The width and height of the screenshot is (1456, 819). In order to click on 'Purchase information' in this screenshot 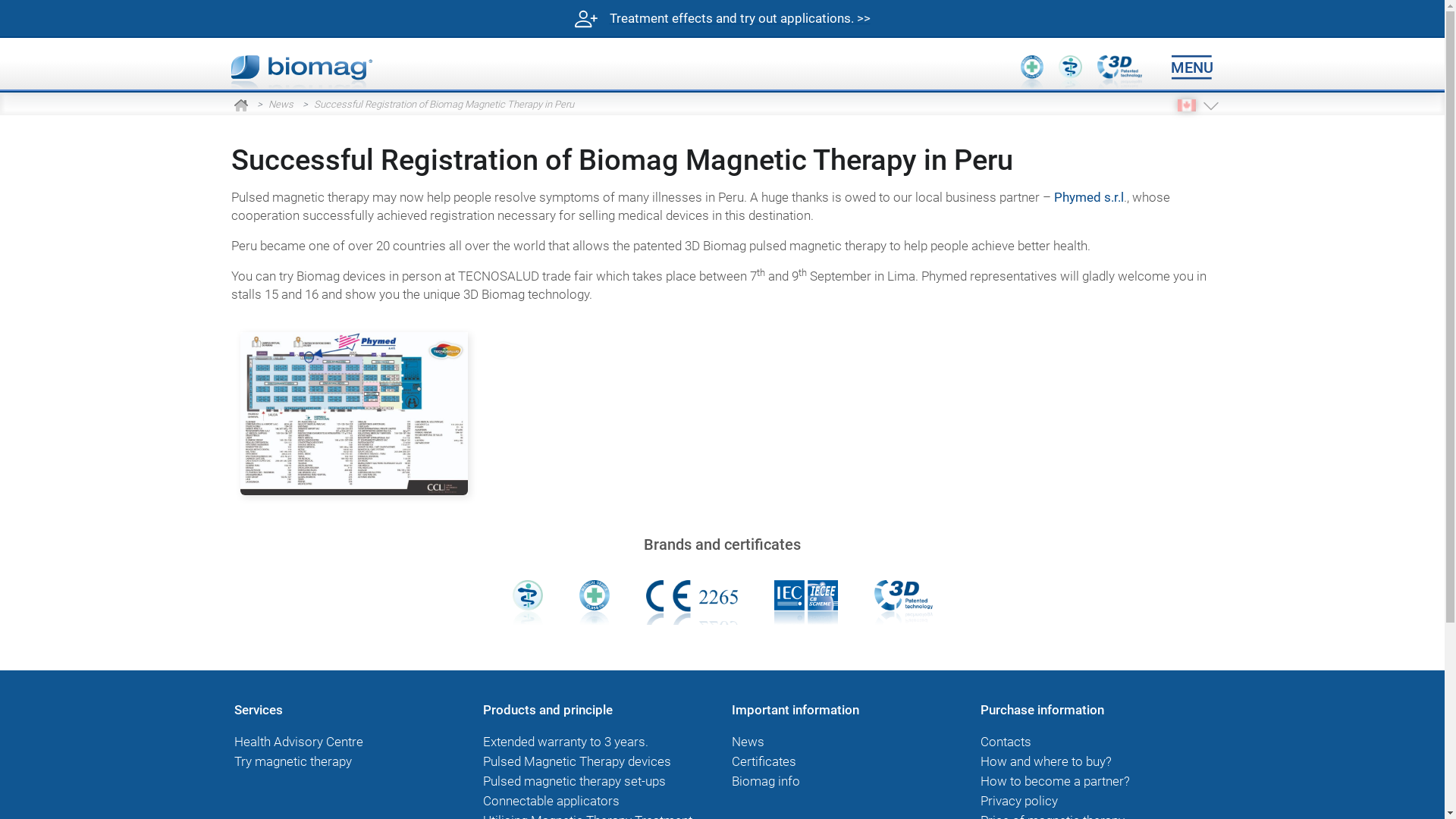, I will do `click(979, 710)`.